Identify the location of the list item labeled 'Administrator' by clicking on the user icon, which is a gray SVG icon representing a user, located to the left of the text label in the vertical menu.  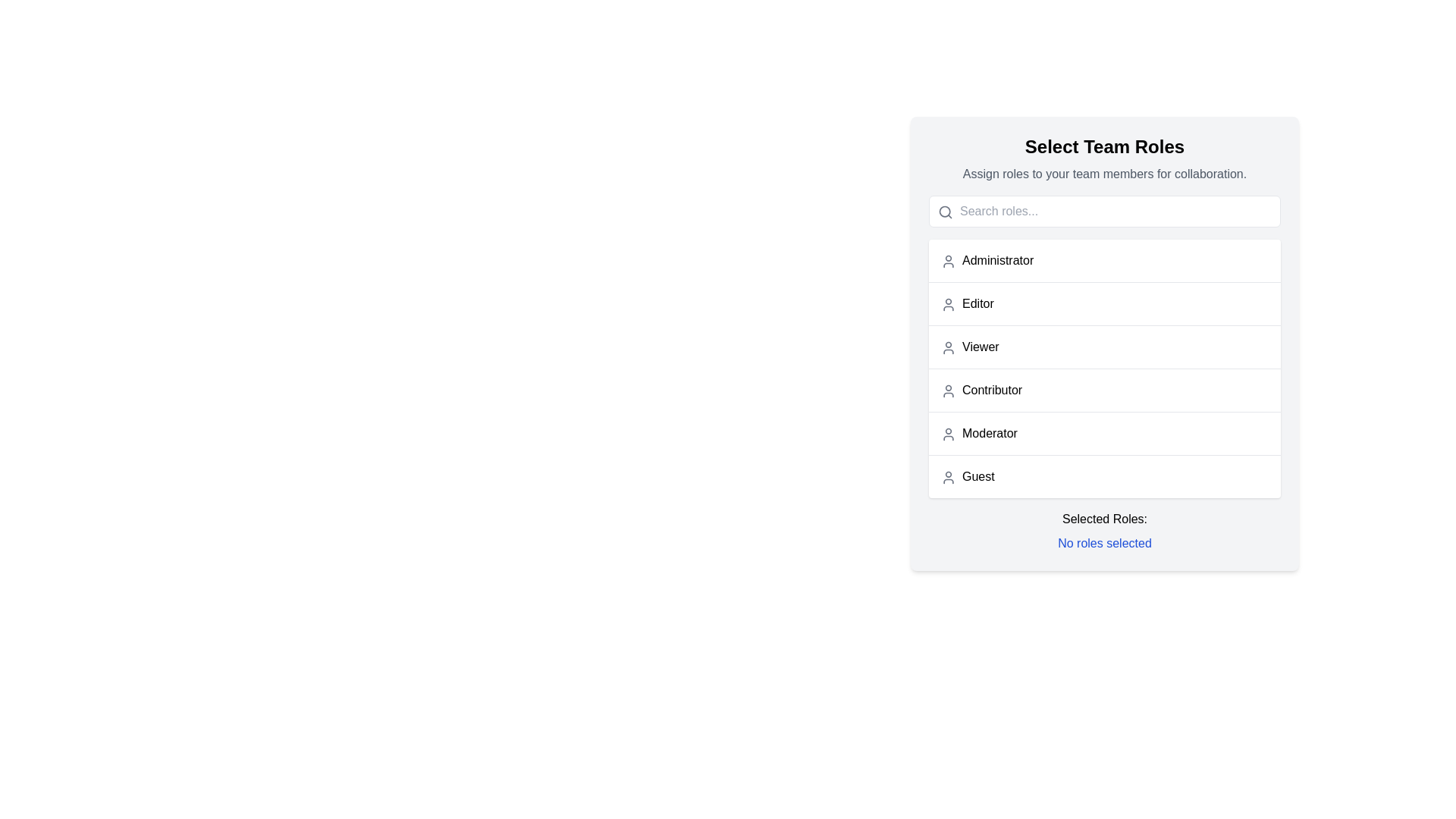
(948, 259).